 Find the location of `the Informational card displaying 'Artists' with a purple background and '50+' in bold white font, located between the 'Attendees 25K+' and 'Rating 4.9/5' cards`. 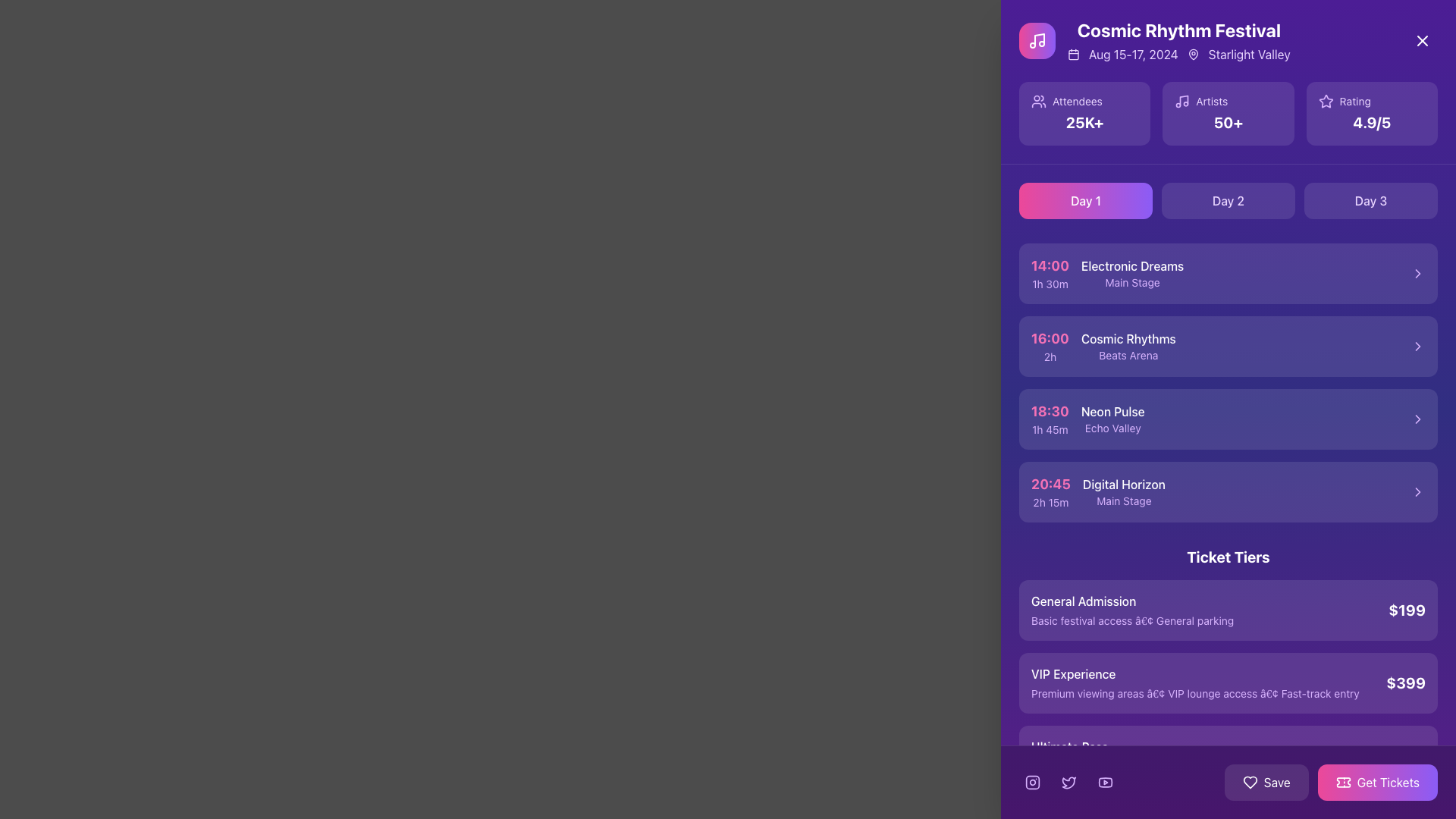

the Informational card displaying 'Artists' with a purple background and '50+' in bold white font, located between the 'Attendees 25K+' and 'Rating 4.9/5' cards is located at coordinates (1228, 113).